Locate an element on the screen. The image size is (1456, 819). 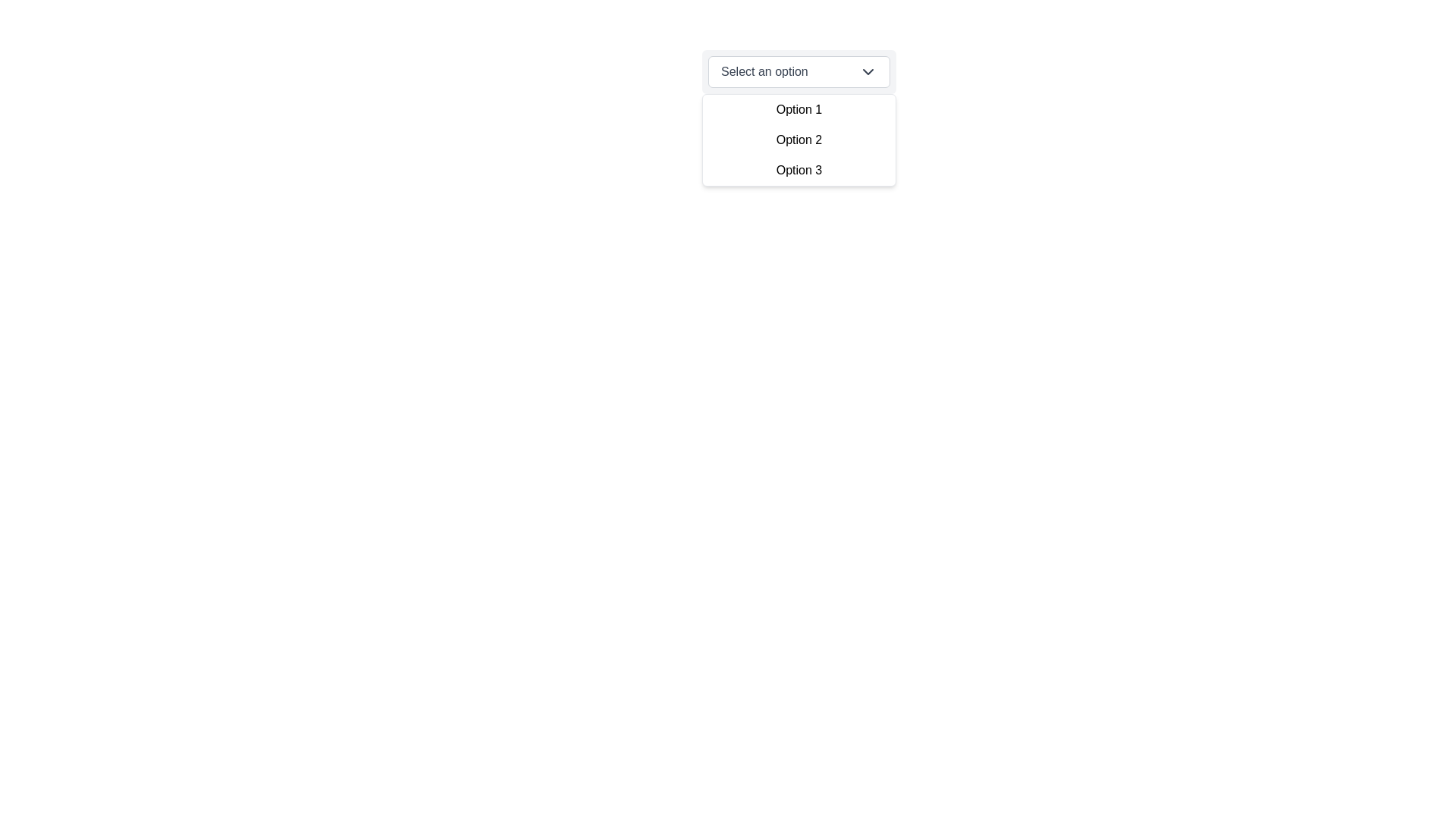
the first option in the dropdown menu is located at coordinates (799, 109).